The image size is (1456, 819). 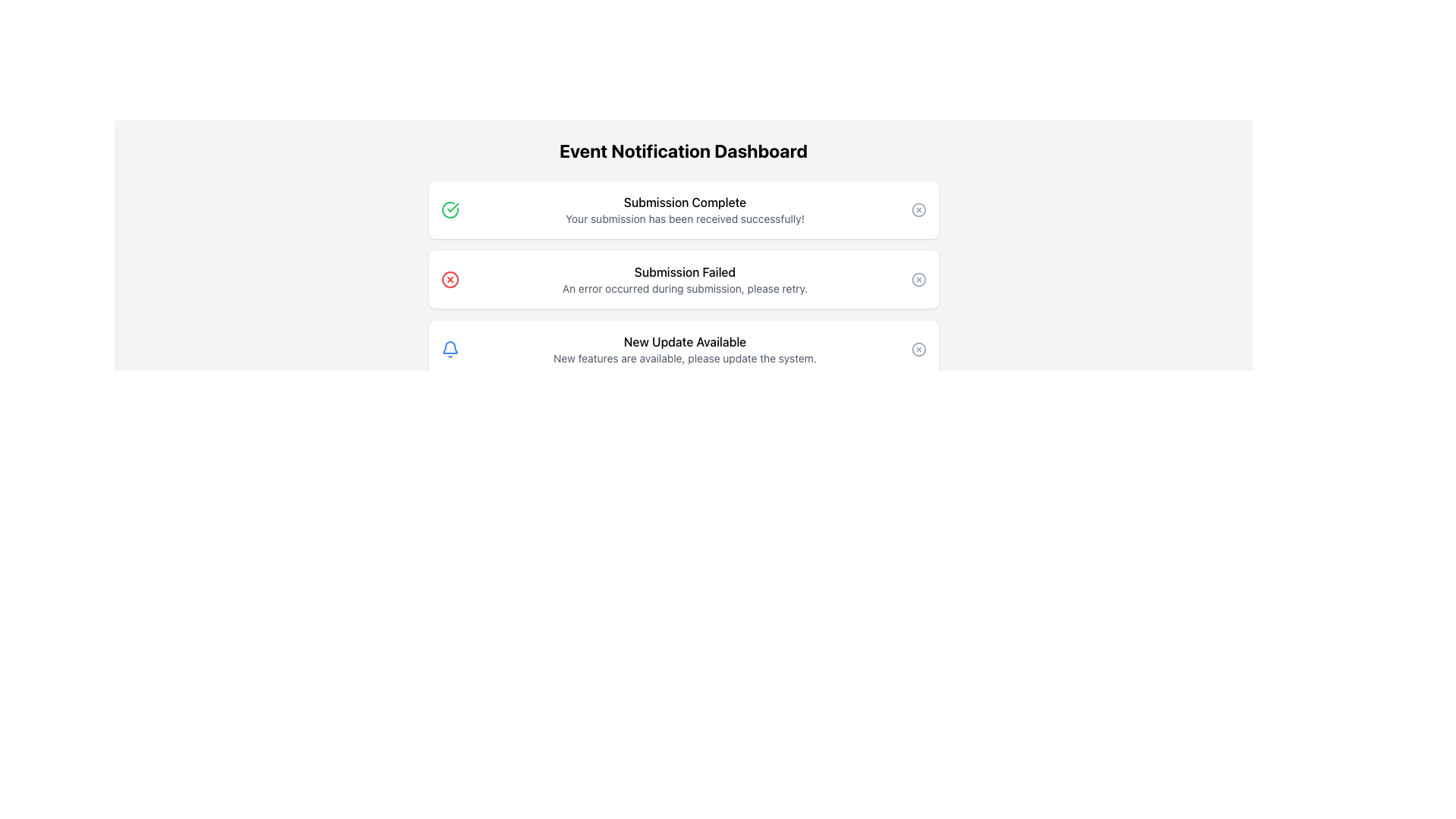 What do you see at coordinates (684, 219) in the screenshot?
I see `the static text label that states 'Your submission has been received successfully!', which is styled in gray and positioned below the bold 'Submission Complete' heading` at bounding box center [684, 219].